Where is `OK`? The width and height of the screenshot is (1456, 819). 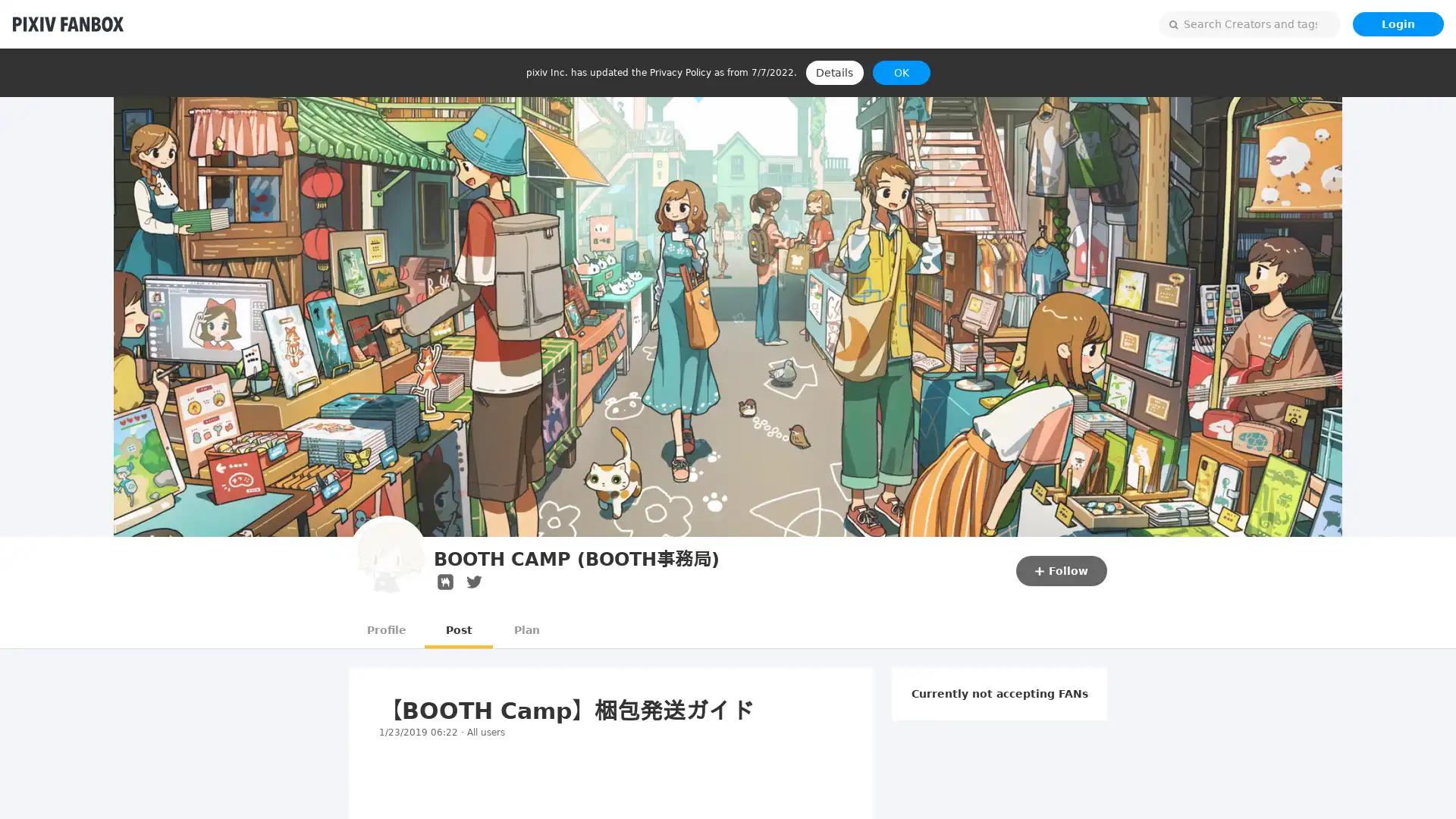 OK is located at coordinates (901, 73).